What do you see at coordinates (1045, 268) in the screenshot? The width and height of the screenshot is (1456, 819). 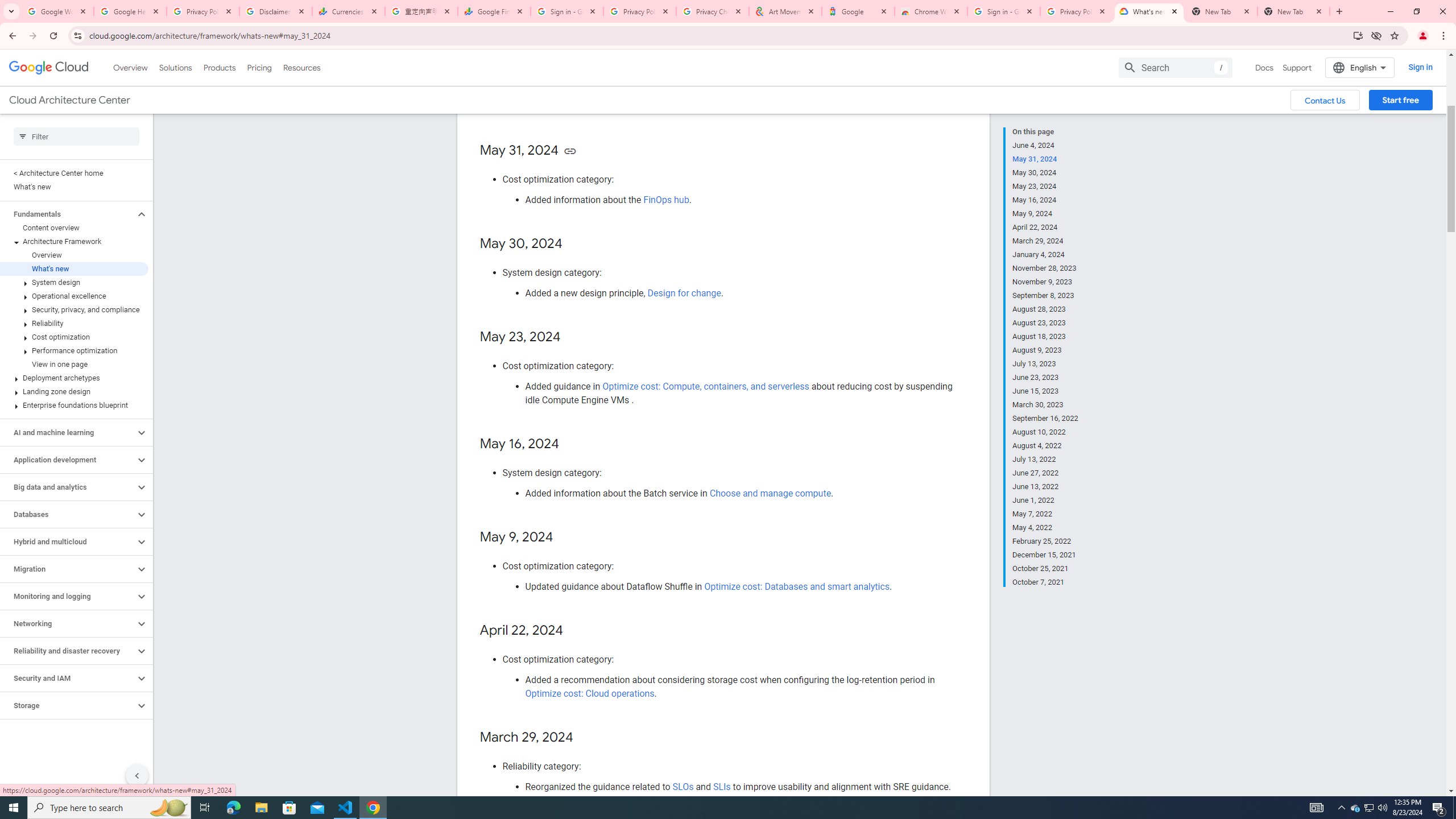 I see `'November 28, 2023'` at bounding box center [1045, 268].